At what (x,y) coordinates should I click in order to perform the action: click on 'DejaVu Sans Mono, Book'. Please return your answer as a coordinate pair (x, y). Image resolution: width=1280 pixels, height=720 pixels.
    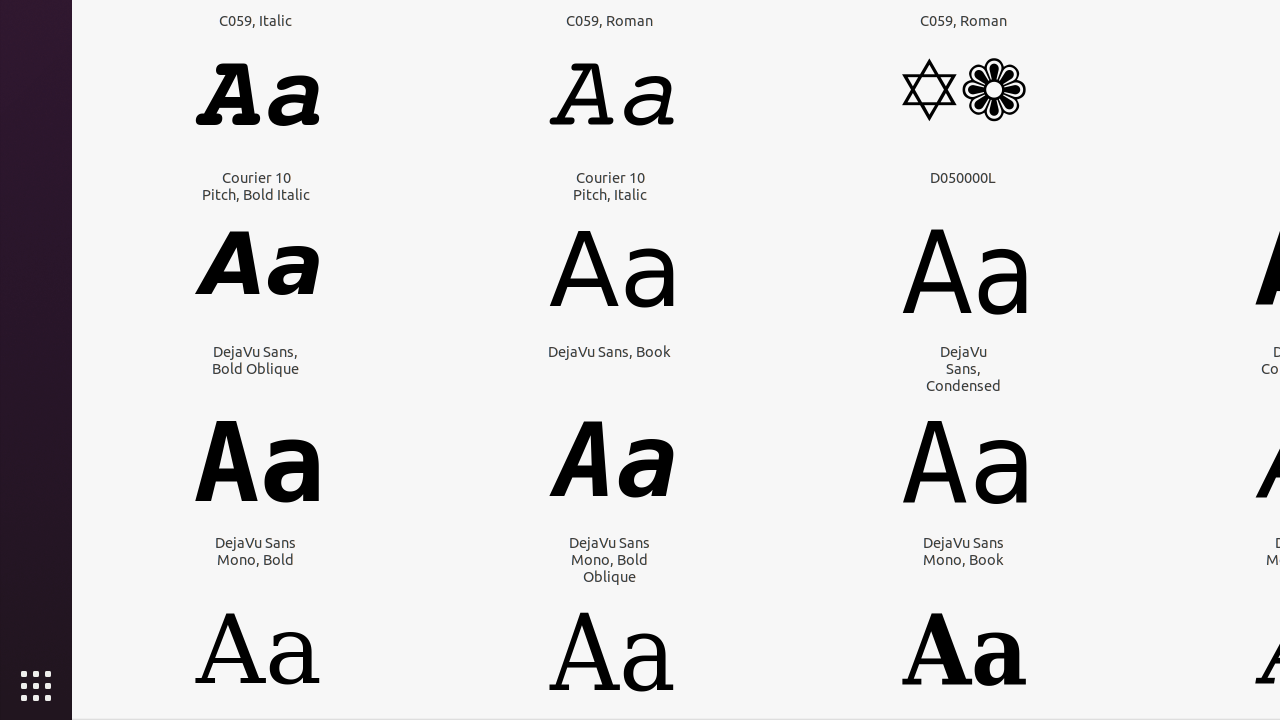
    Looking at the image, I should click on (963, 551).